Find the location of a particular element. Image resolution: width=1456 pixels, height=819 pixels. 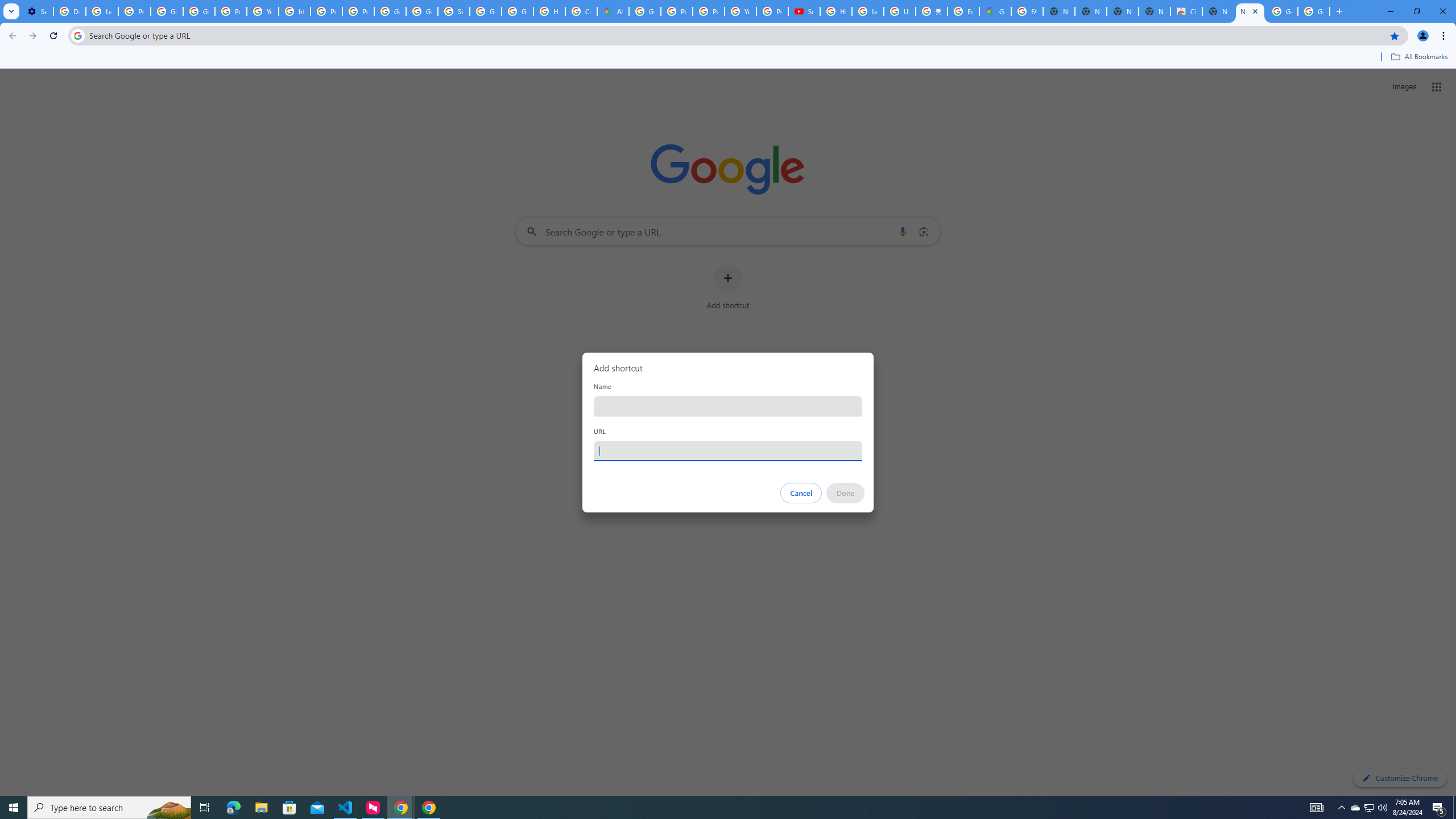

'Google Images' is located at coordinates (1314, 11).